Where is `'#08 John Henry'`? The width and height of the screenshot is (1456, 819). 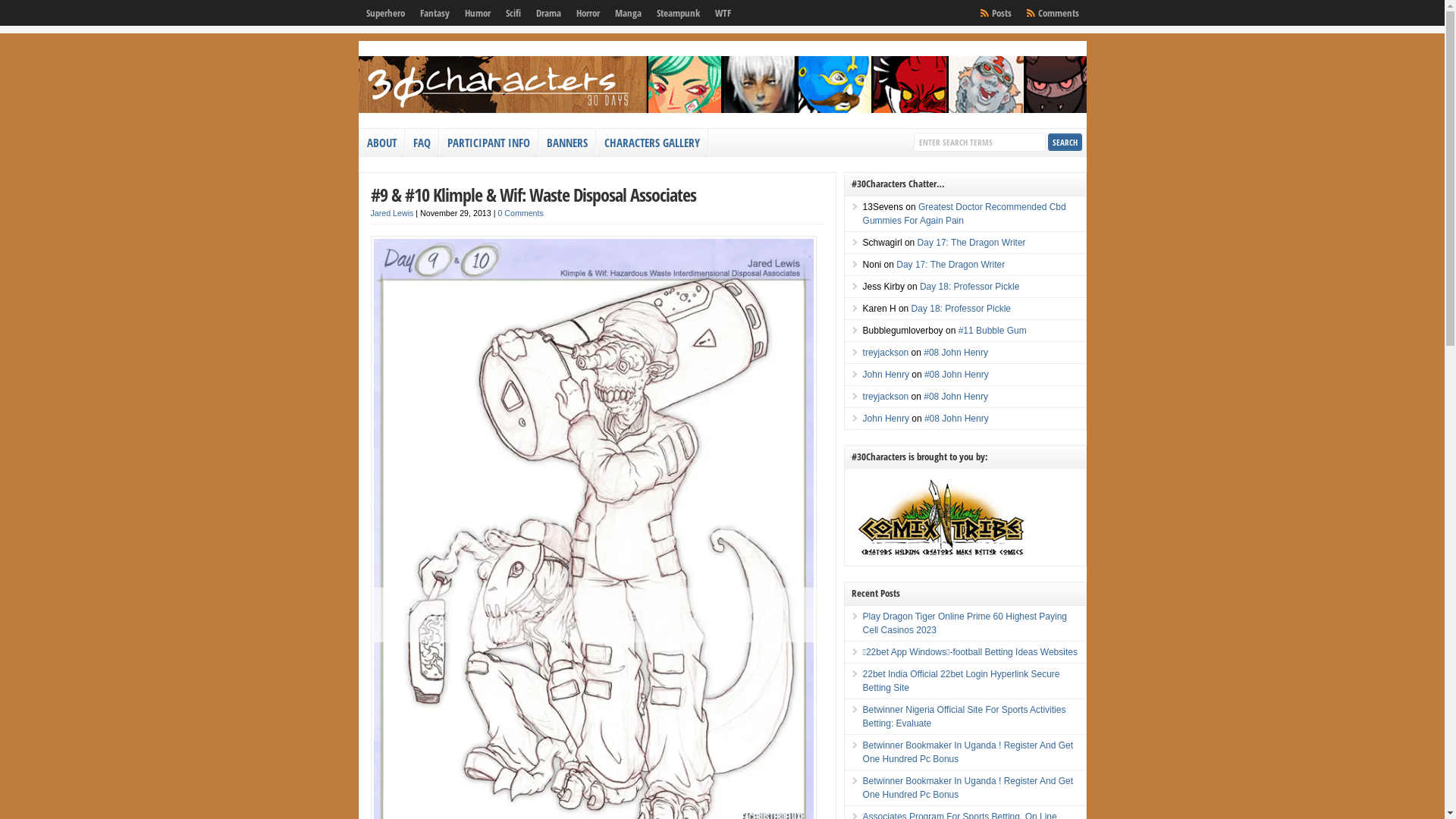
'#08 John Henry' is located at coordinates (955, 353).